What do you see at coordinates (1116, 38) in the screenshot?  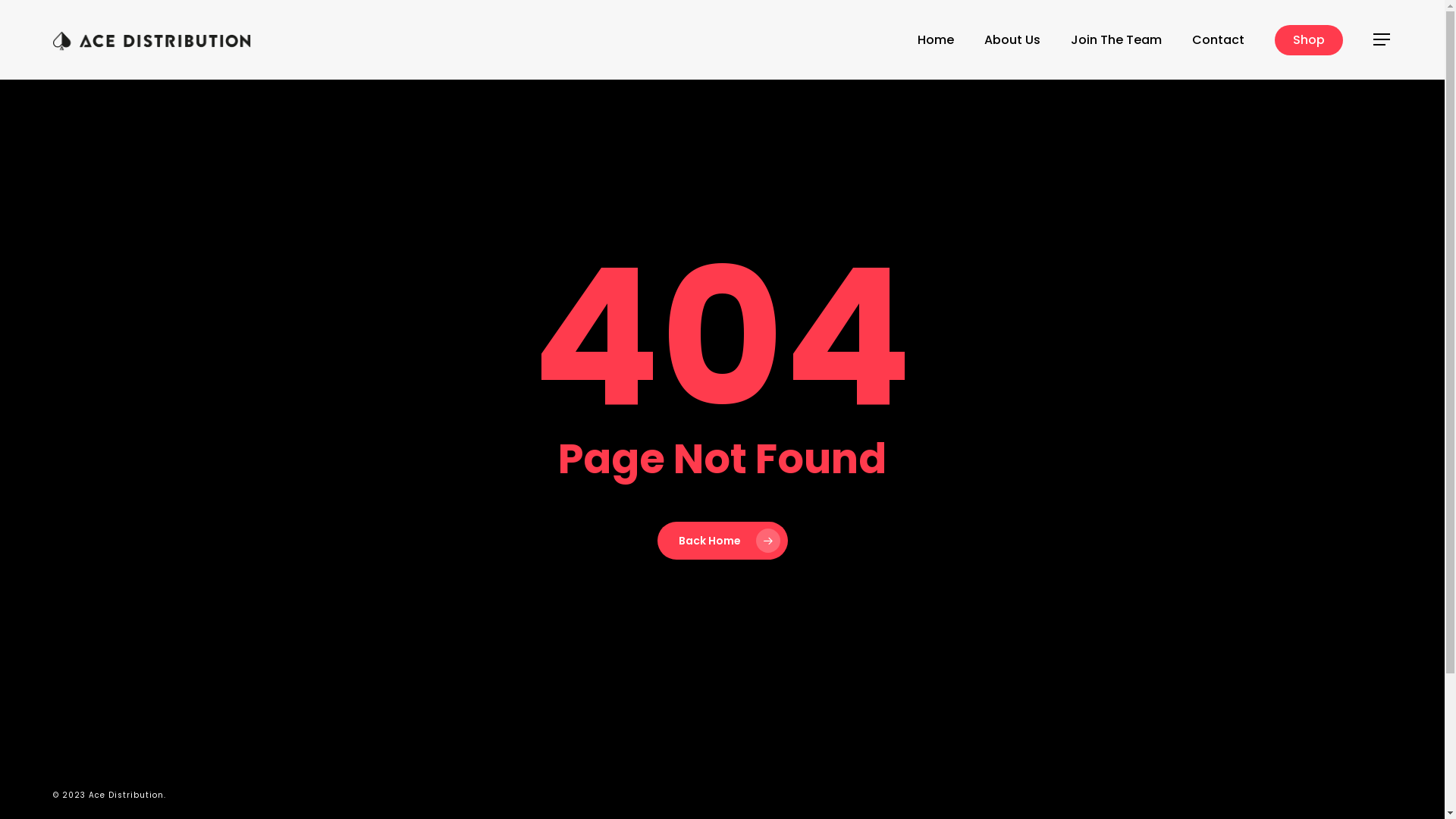 I see `'Join The Team'` at bounding box center [1116, 38].